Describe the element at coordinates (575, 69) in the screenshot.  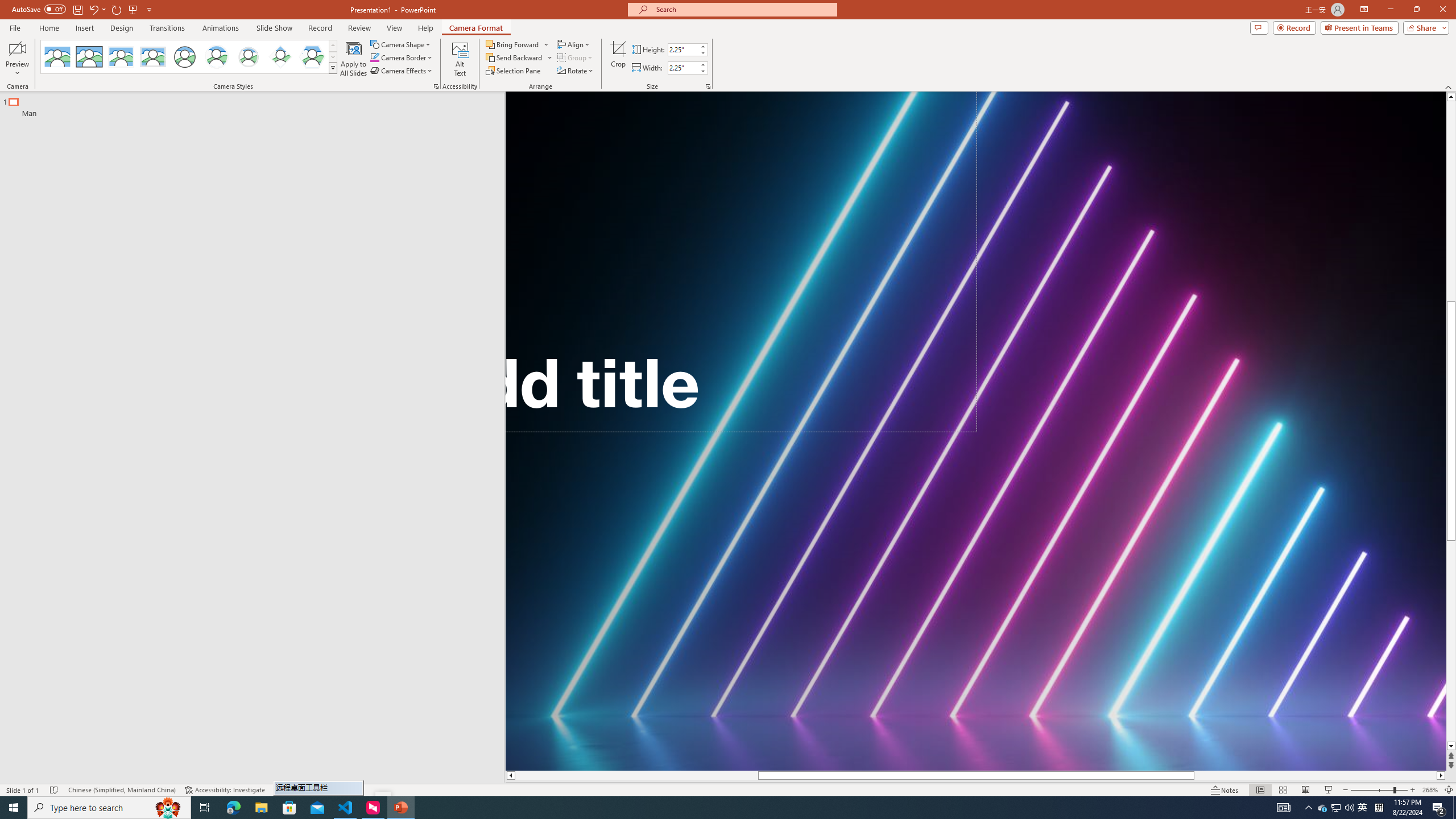
I see `'Rotate'` at that location.